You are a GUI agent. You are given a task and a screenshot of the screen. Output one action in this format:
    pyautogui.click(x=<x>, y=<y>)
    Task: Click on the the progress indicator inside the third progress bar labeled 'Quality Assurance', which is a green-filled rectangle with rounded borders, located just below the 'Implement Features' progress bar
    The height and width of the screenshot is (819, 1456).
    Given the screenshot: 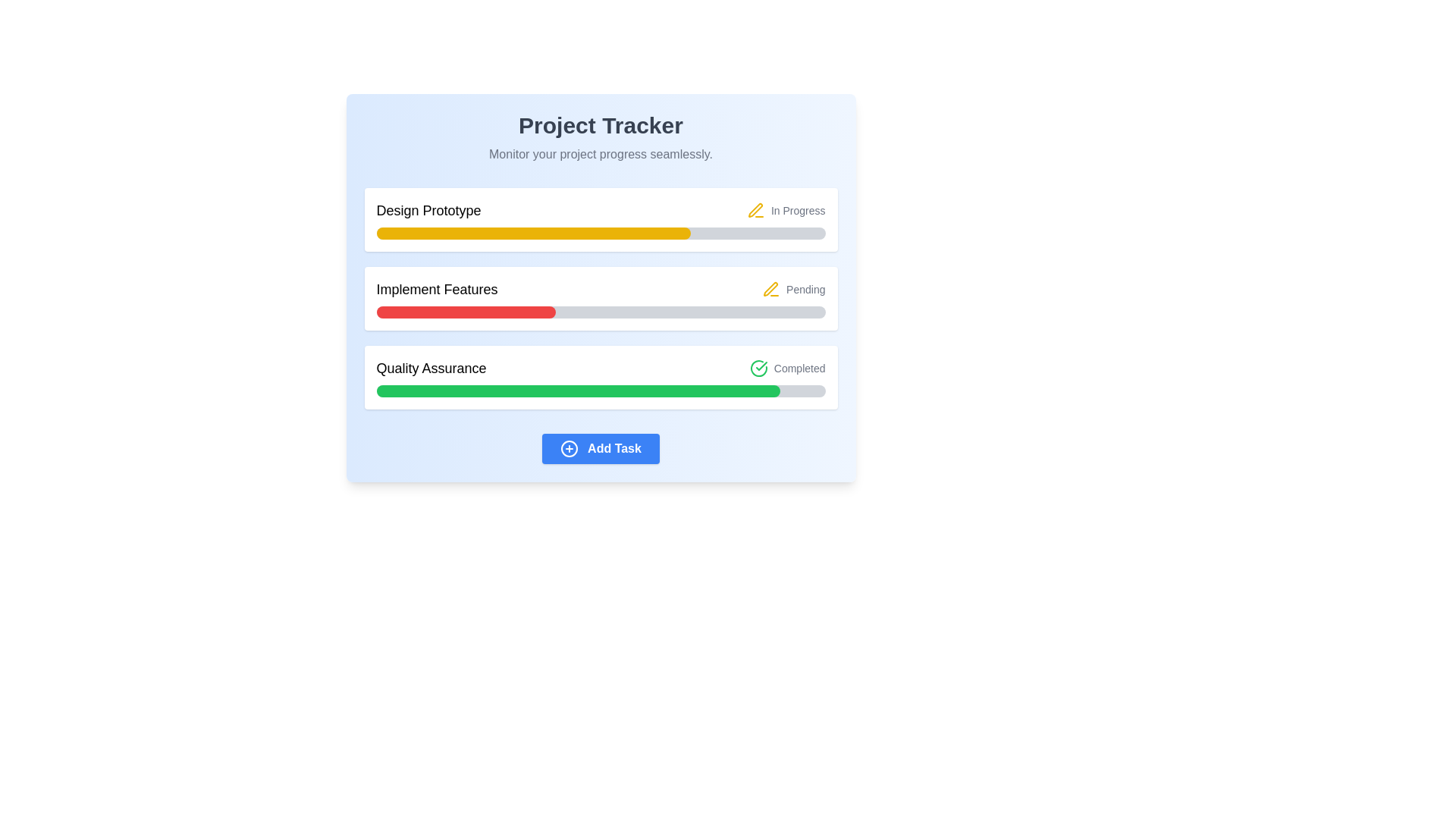 What is the action you would take?
    pyautogui.click(x=577, y=391)
    